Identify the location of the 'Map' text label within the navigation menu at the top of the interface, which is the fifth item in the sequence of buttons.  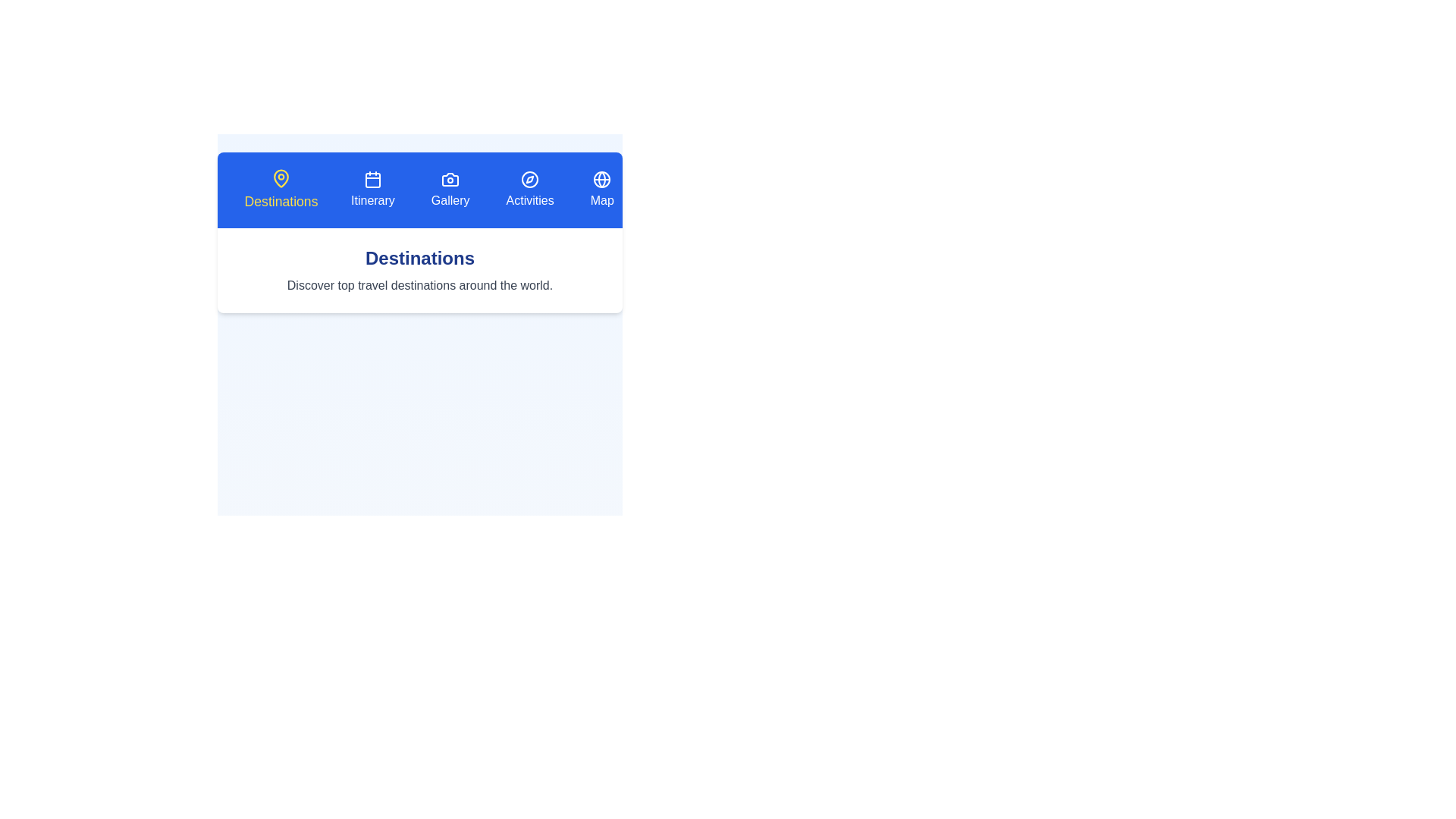
(601, 200).